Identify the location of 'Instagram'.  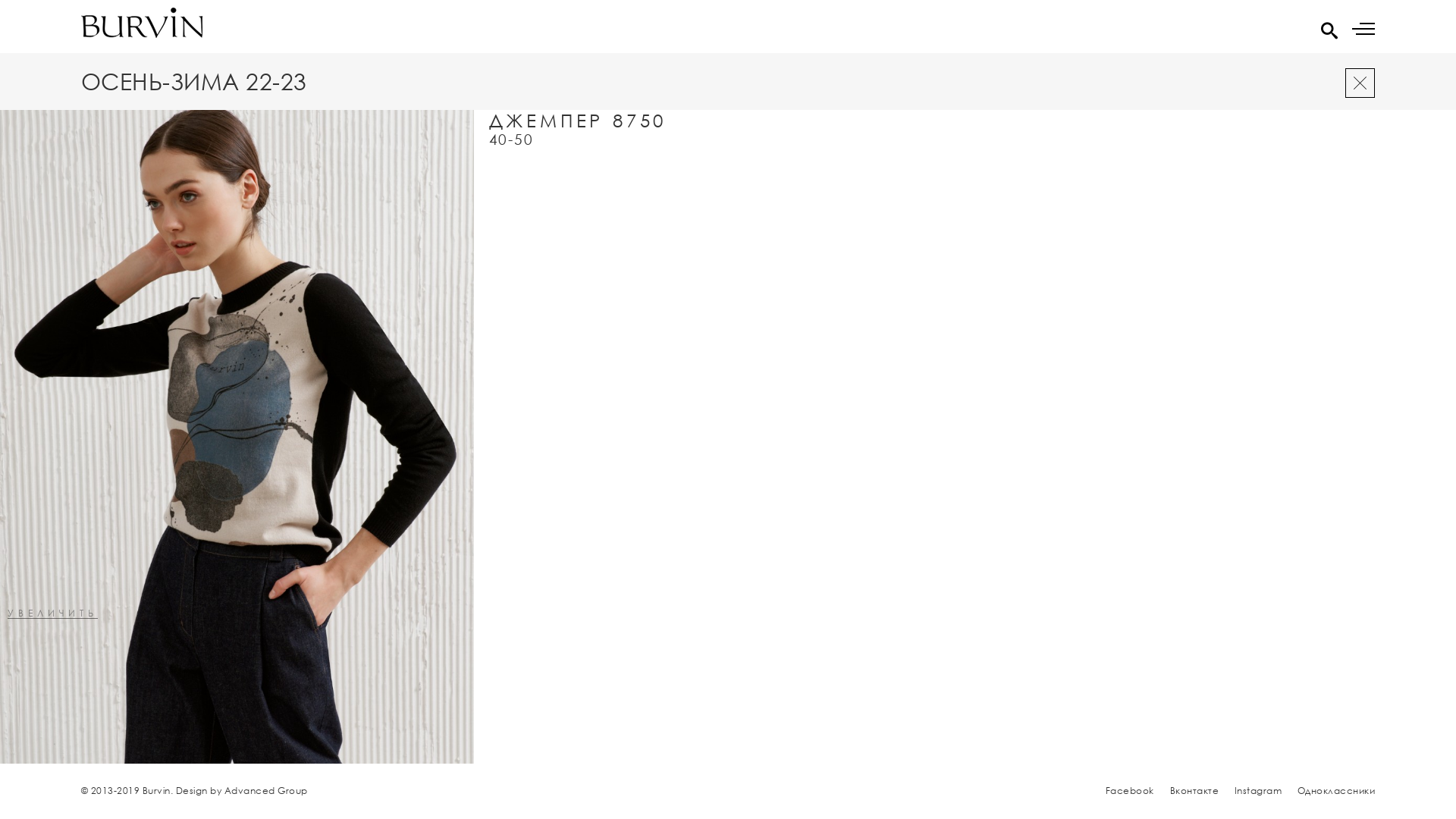
(1234, 789).